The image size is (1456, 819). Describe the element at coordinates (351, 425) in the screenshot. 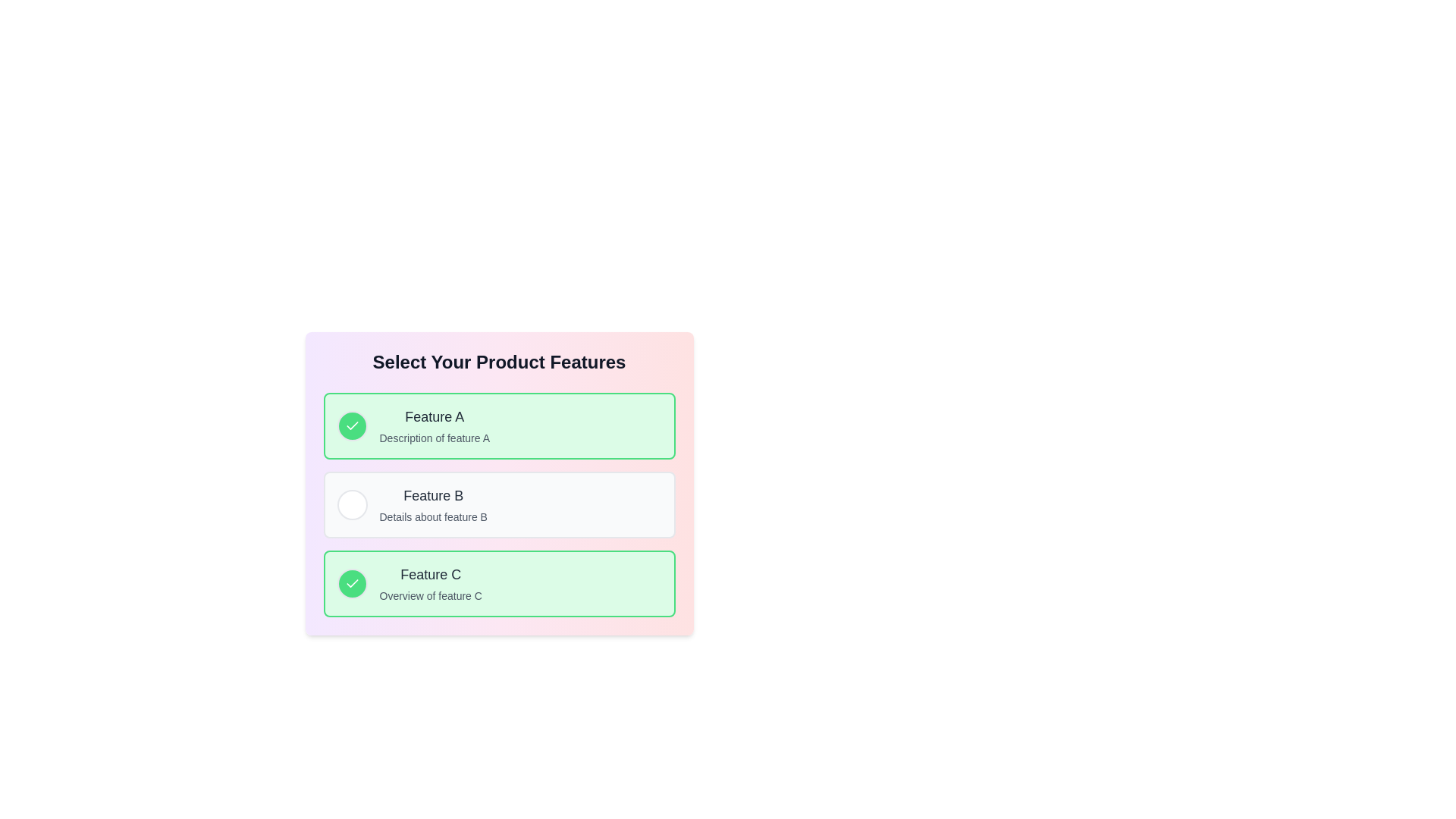

I see `the checkmark icon, which is a white checkmark located in the center of a green circular button within the rectangular area labeled 'Feature C'` at that location.